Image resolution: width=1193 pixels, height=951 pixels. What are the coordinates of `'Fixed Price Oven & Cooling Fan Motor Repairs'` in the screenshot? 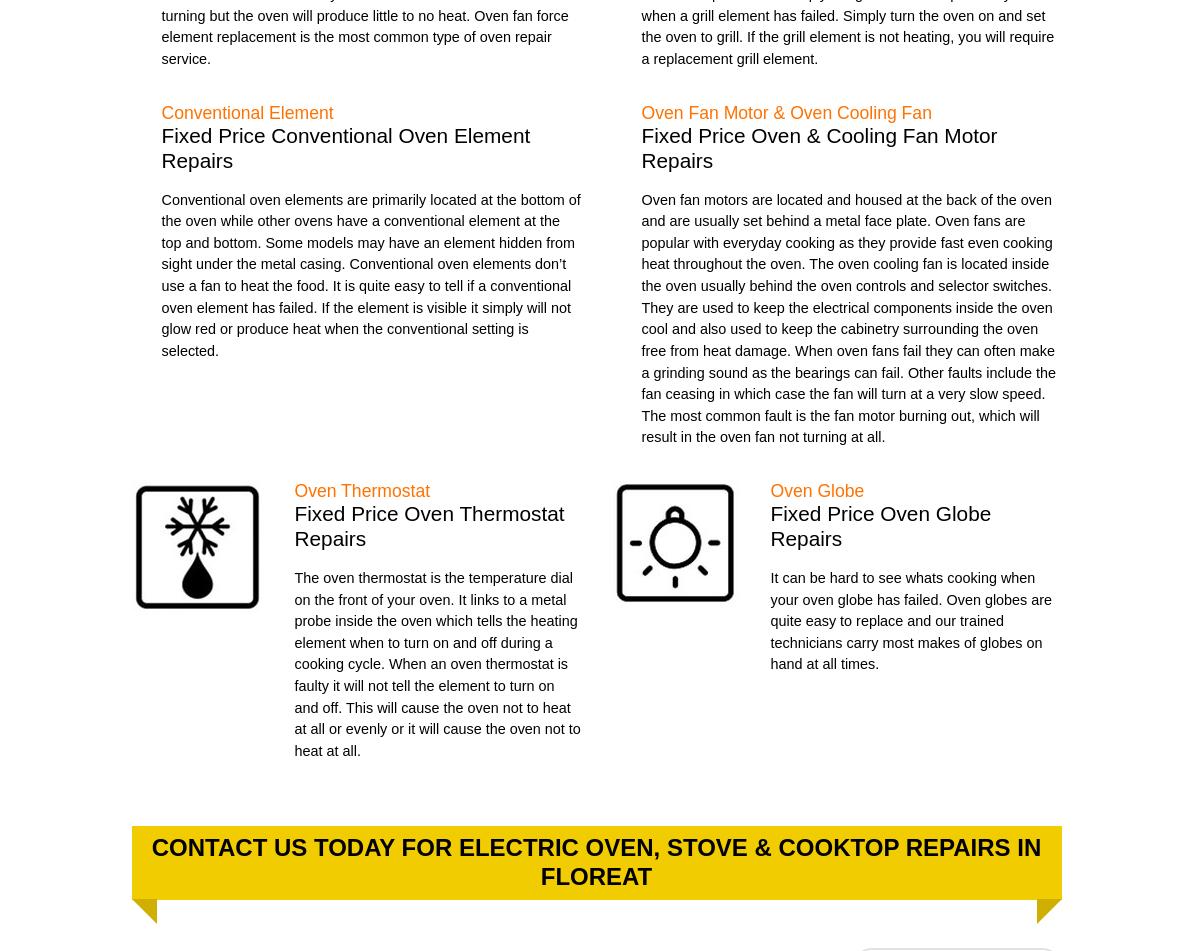 It's located at (817, 147).